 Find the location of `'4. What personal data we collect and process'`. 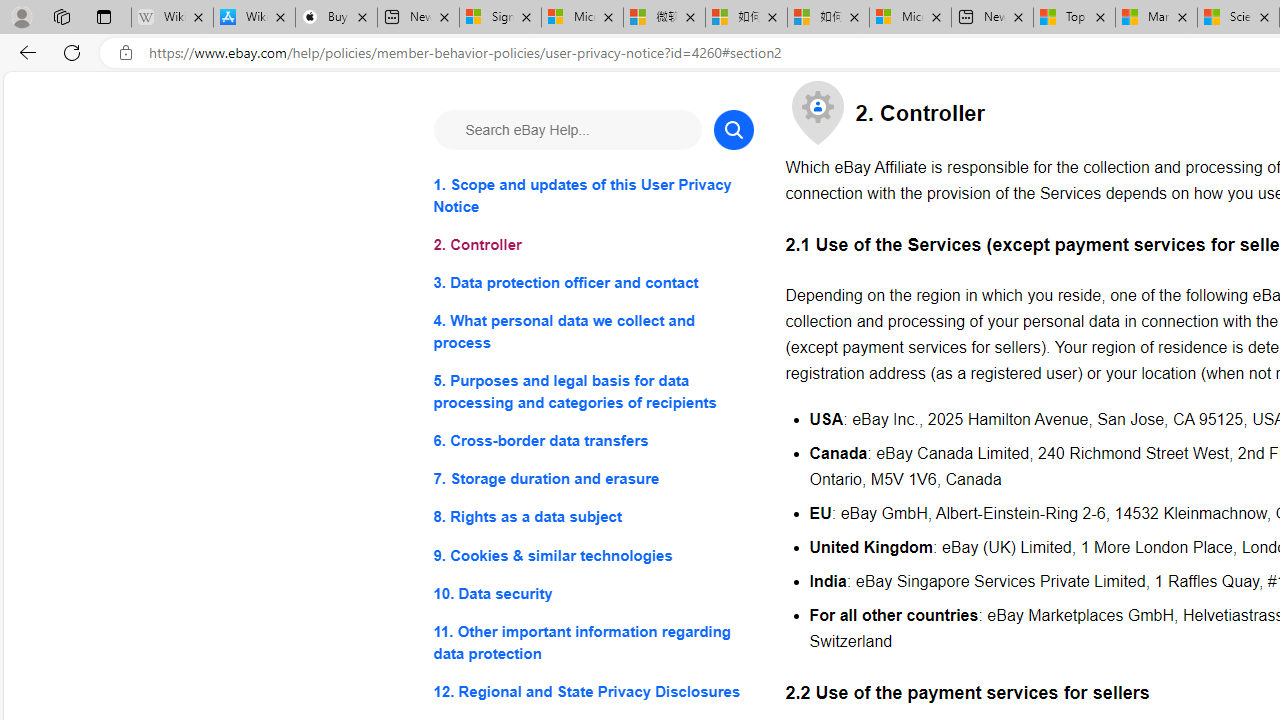

'4. What personal data we collect and process' is located at coordinates (592, 331).